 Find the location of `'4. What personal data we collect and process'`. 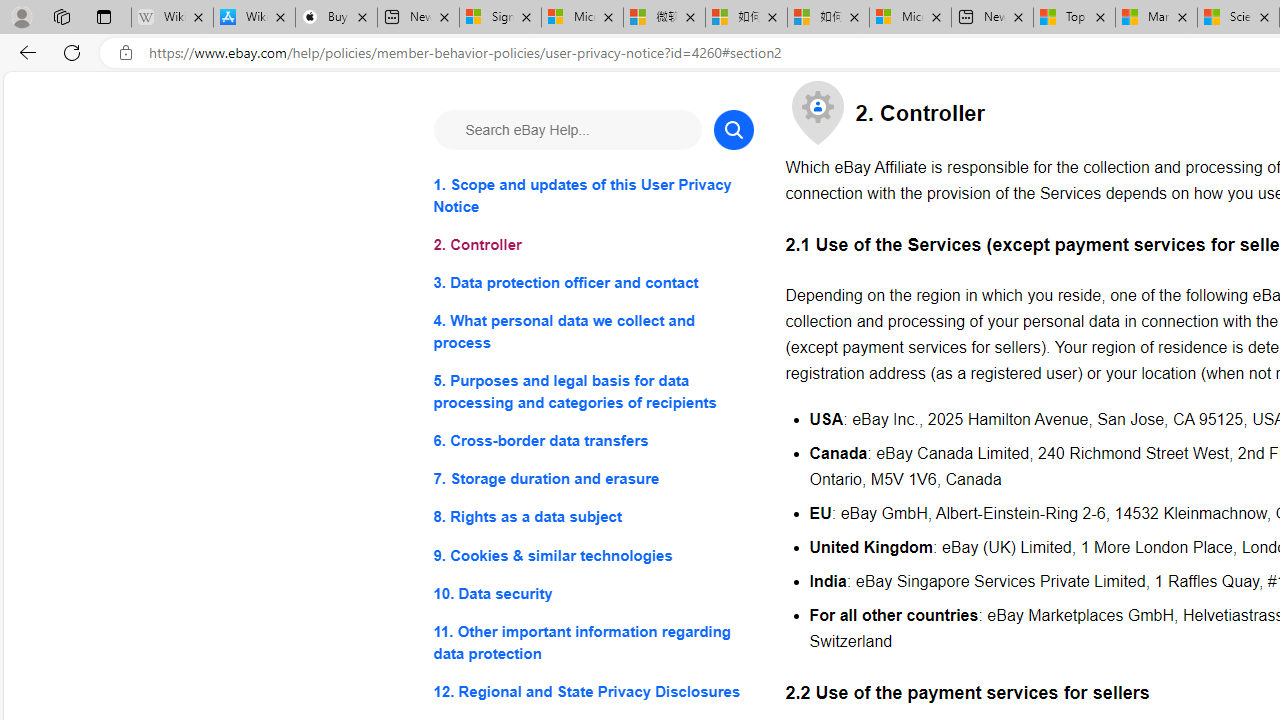

'4. What personal data we collect and process' is located at coordinates (592, 331).